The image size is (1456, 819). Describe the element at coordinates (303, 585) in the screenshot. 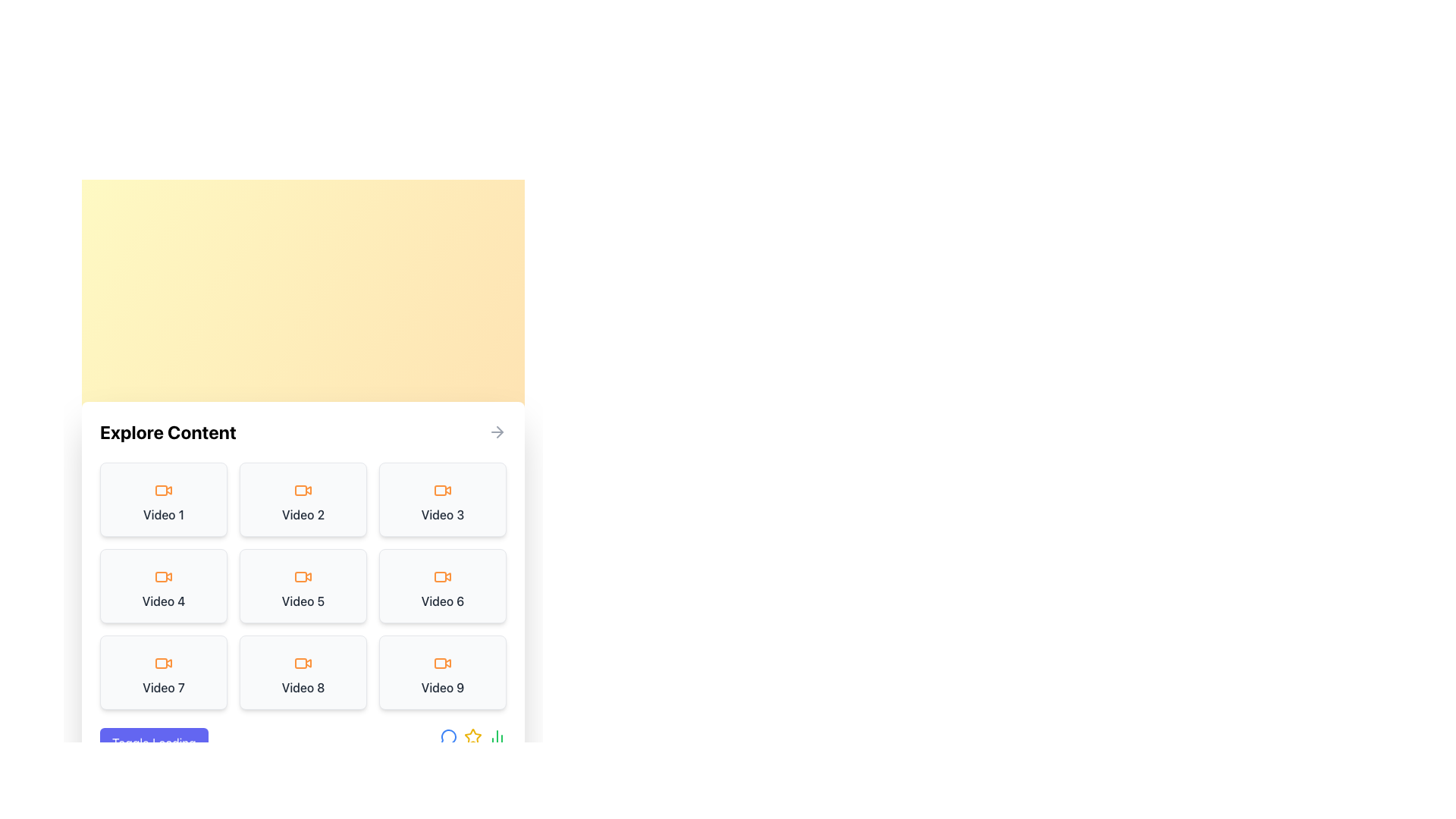

I see `the central tile in the second row of the grid layout, labeled 'Video 5'` at that location.